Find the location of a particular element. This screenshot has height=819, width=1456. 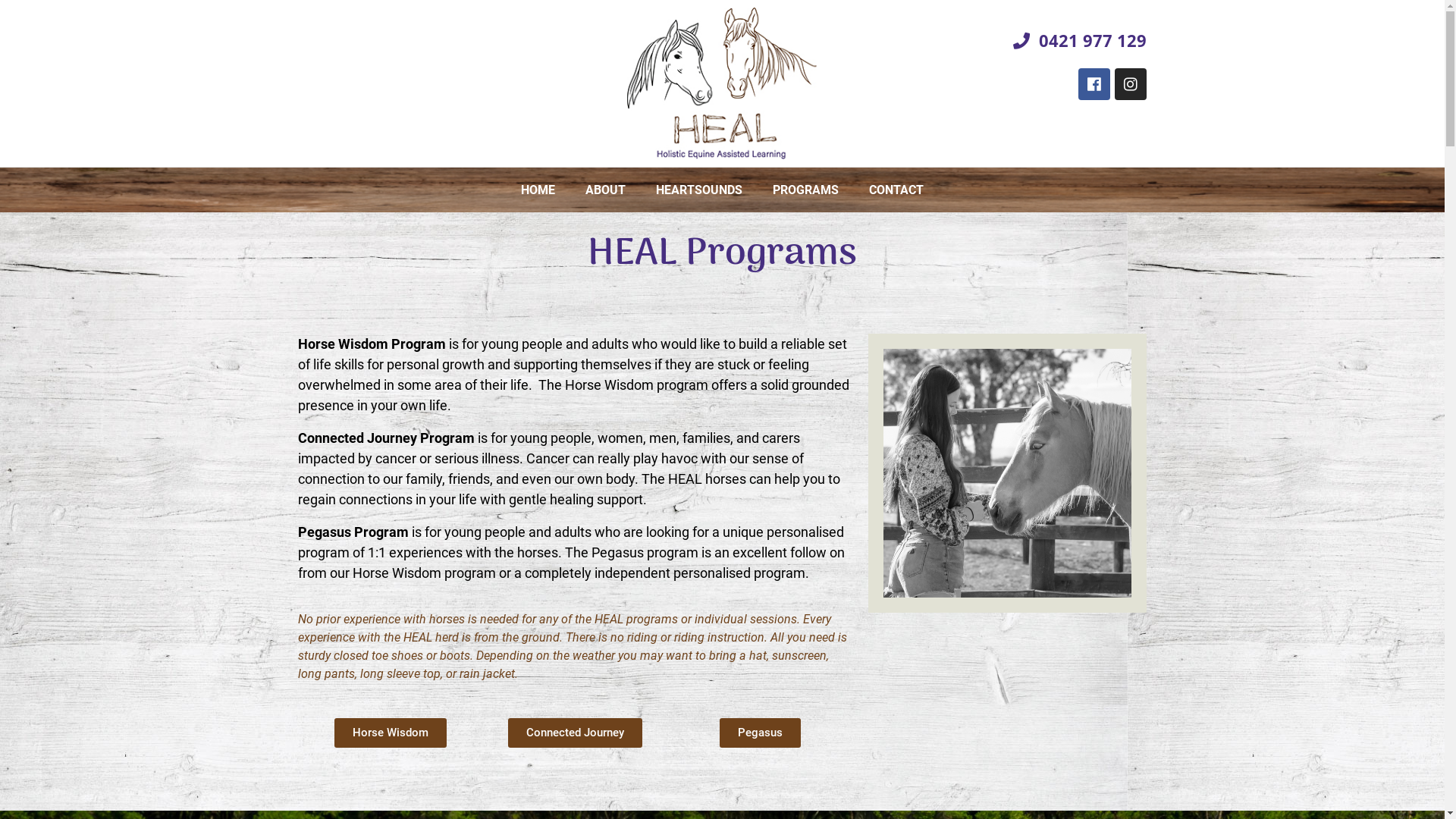

'PROGRAMS' is located at coordinates (805, 189).